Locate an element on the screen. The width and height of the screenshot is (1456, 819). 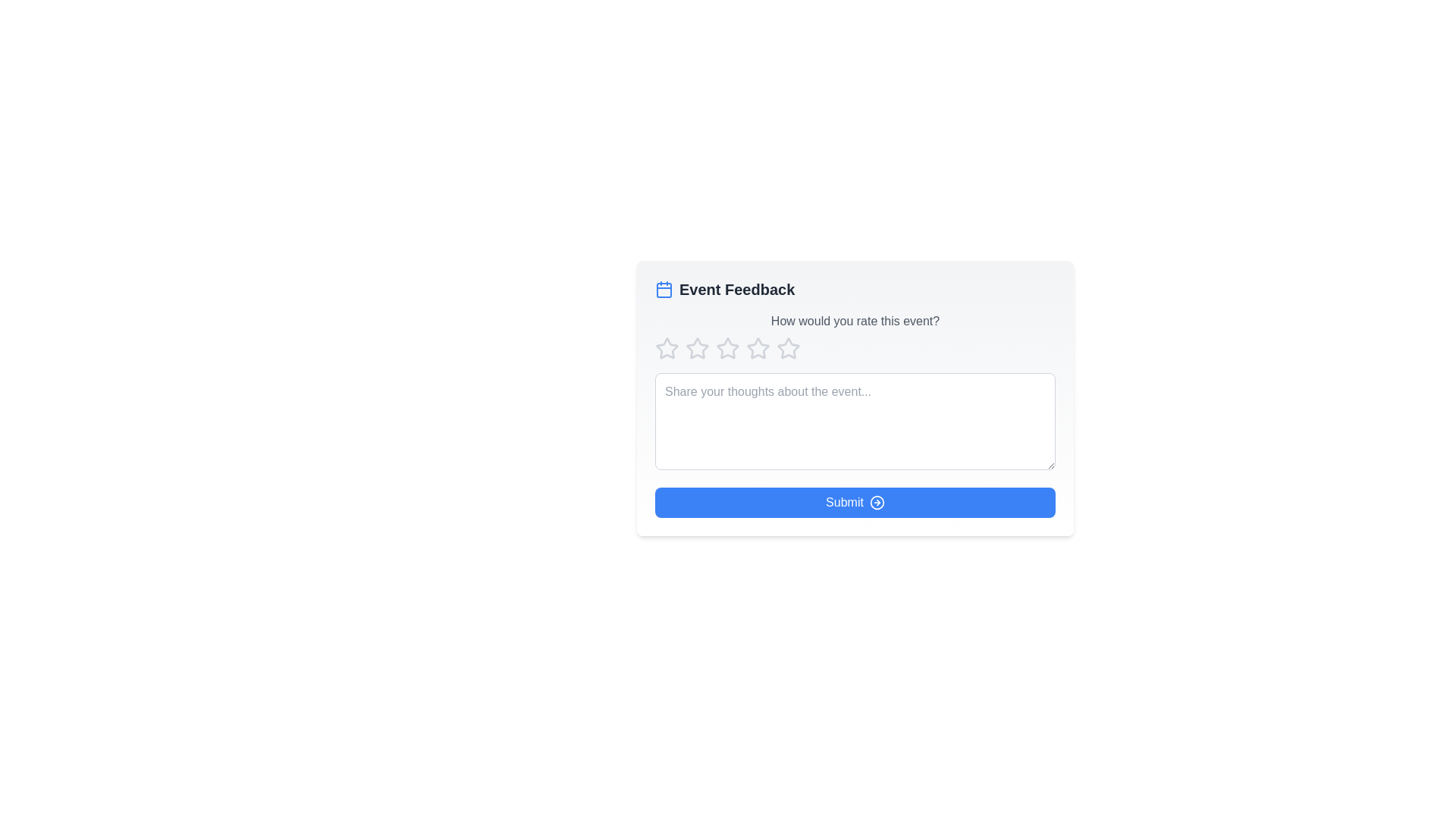
the fourth star-shaped SVG icon in the rating system, which has a hollow center and a grayscale outline, located below the 'How would you rate this event?' label is located at coordinates (789, 348).